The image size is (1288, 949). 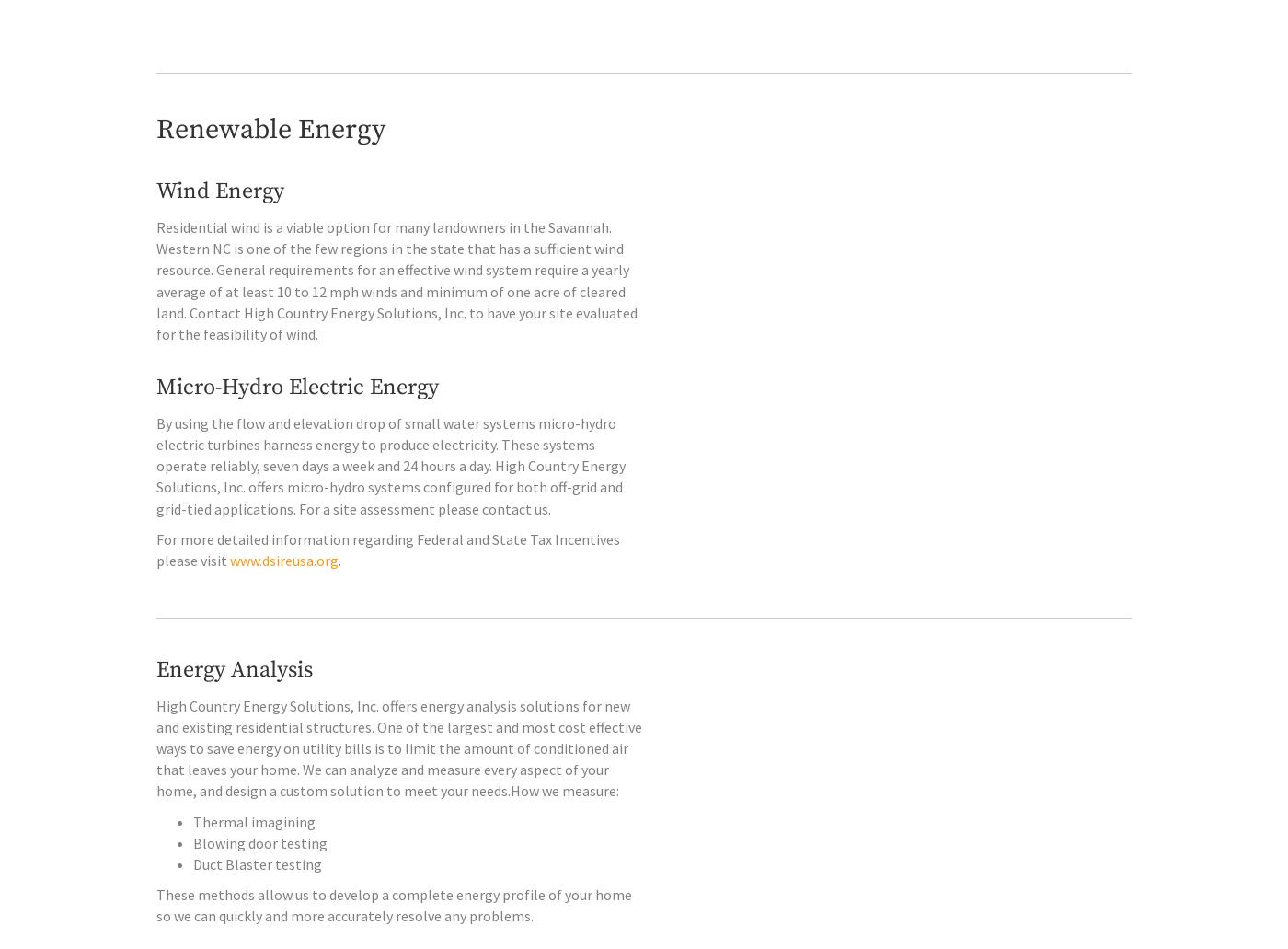 What do you see at coordinates (283, 598) in the screenshot?
I see `'www.dsireusa.org'` at bounding box center [283, 598].